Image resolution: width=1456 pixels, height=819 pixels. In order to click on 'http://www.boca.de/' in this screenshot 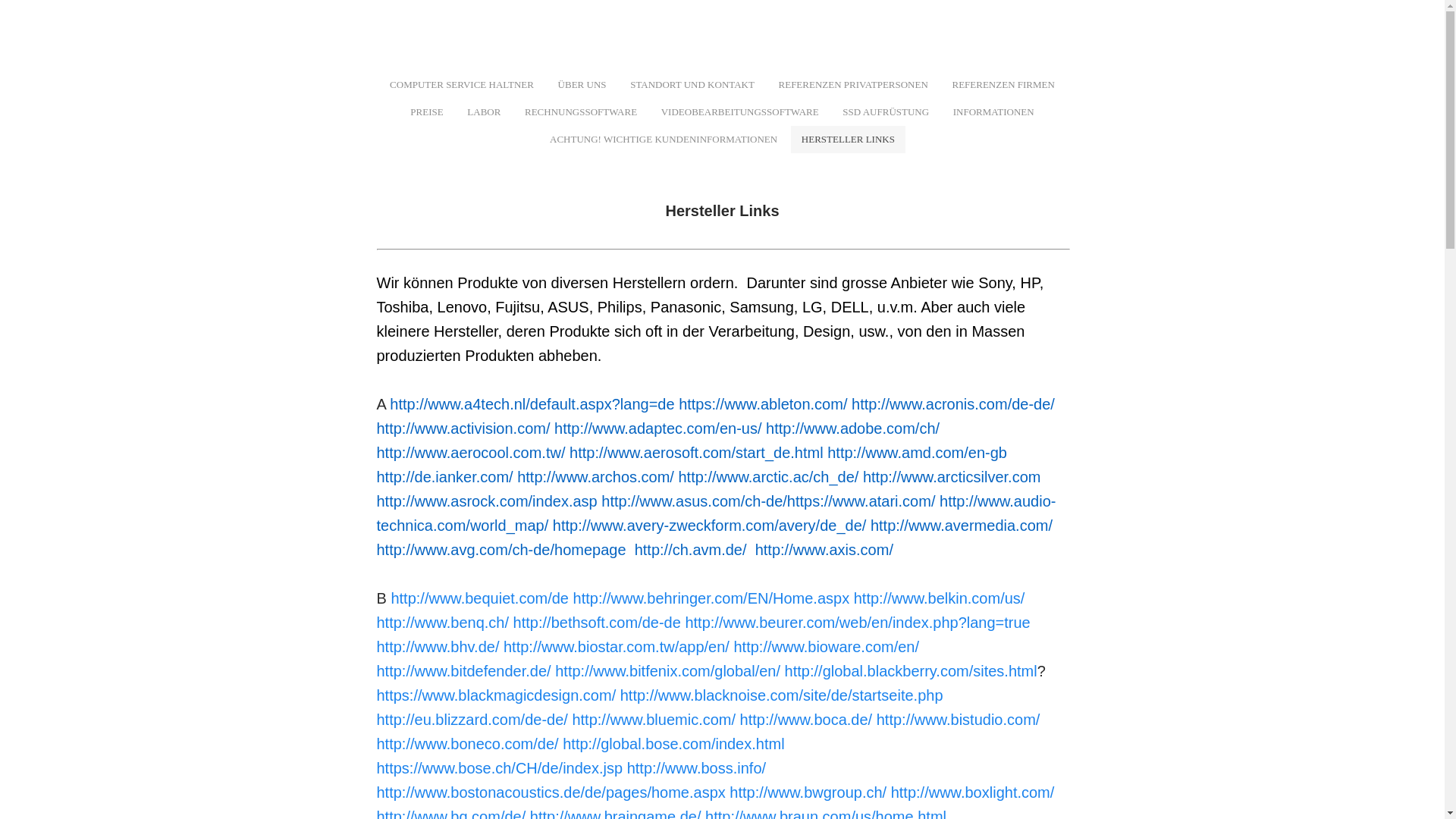, I will do `click(805, 718)`.